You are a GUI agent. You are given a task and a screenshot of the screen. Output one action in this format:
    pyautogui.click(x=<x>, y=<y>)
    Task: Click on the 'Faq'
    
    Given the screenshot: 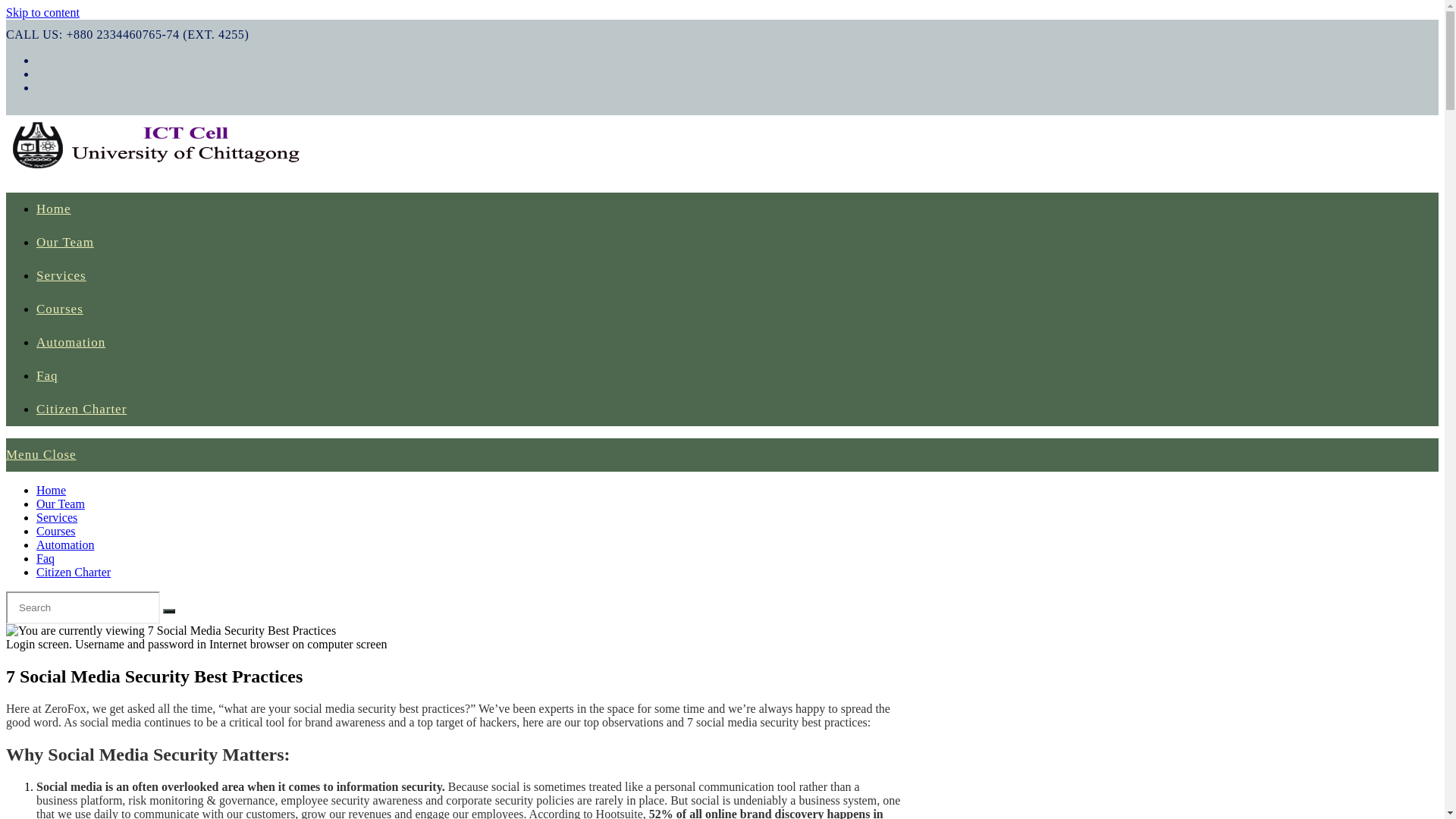 What is the action you would take?
    pyautogui.click(x=45, y=558)
    